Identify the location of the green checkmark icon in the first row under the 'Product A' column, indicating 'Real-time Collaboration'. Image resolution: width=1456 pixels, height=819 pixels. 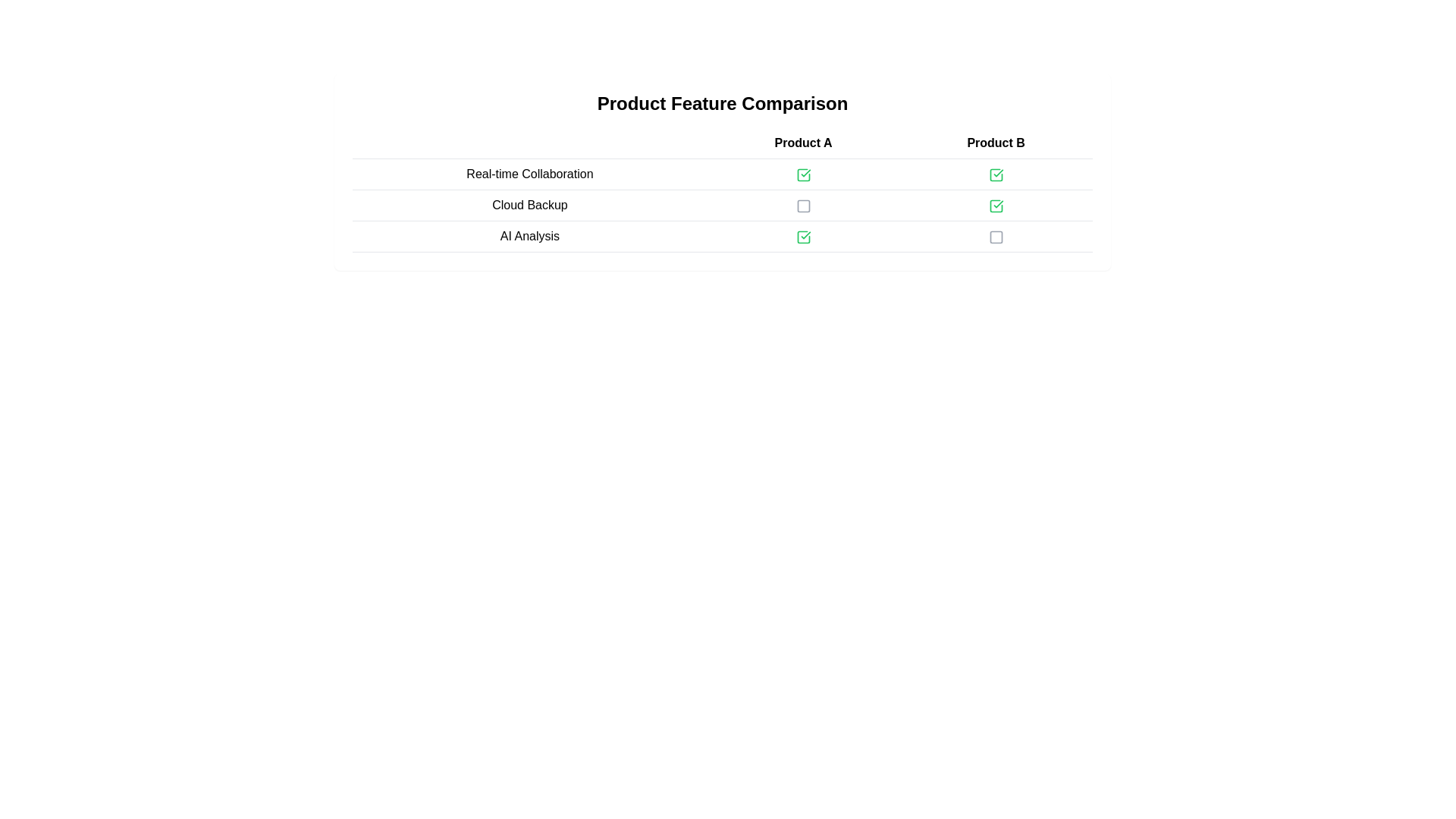
(802, 174).